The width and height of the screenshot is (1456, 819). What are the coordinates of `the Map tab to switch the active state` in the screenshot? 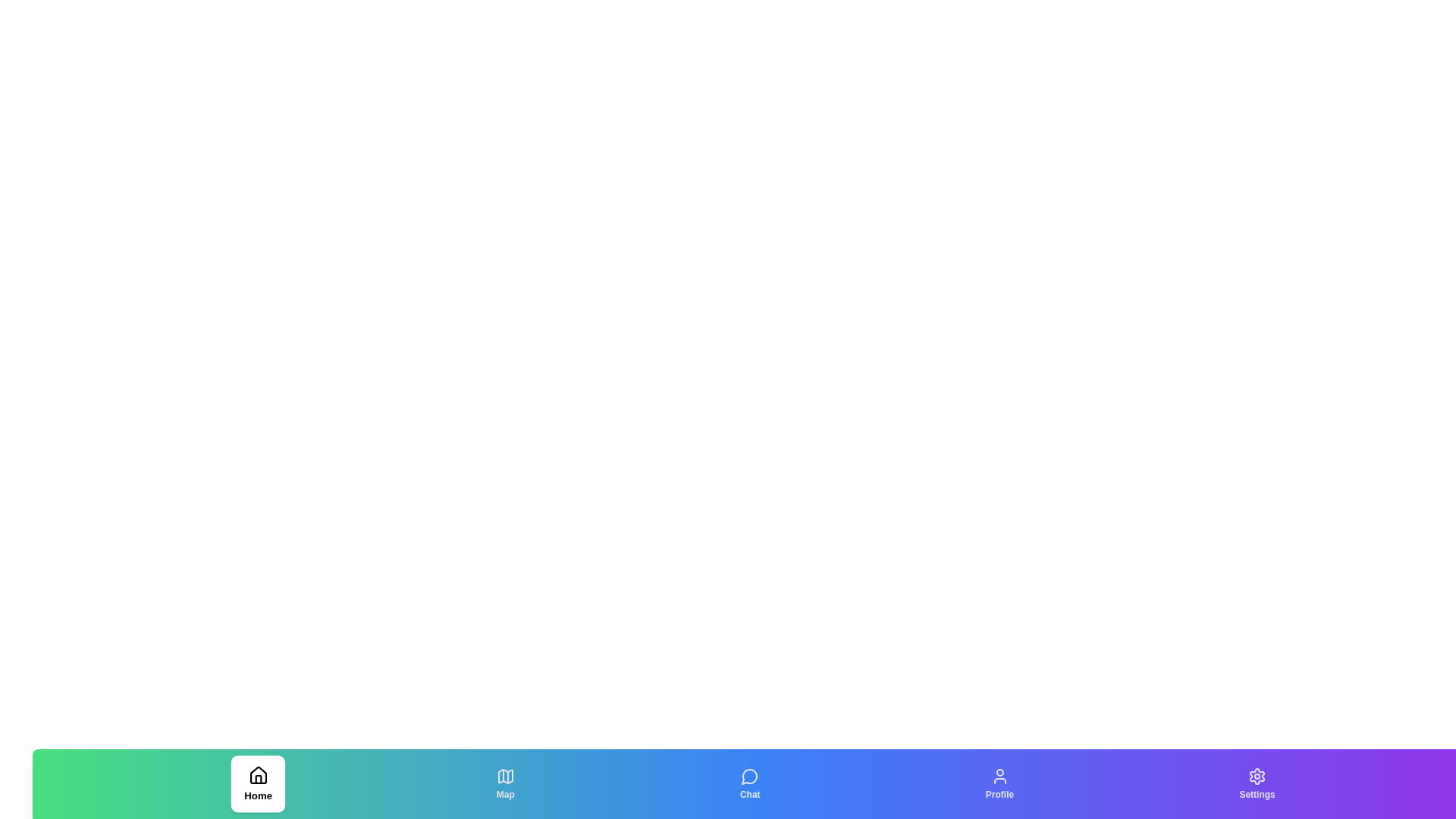 It's located at (505, 783).